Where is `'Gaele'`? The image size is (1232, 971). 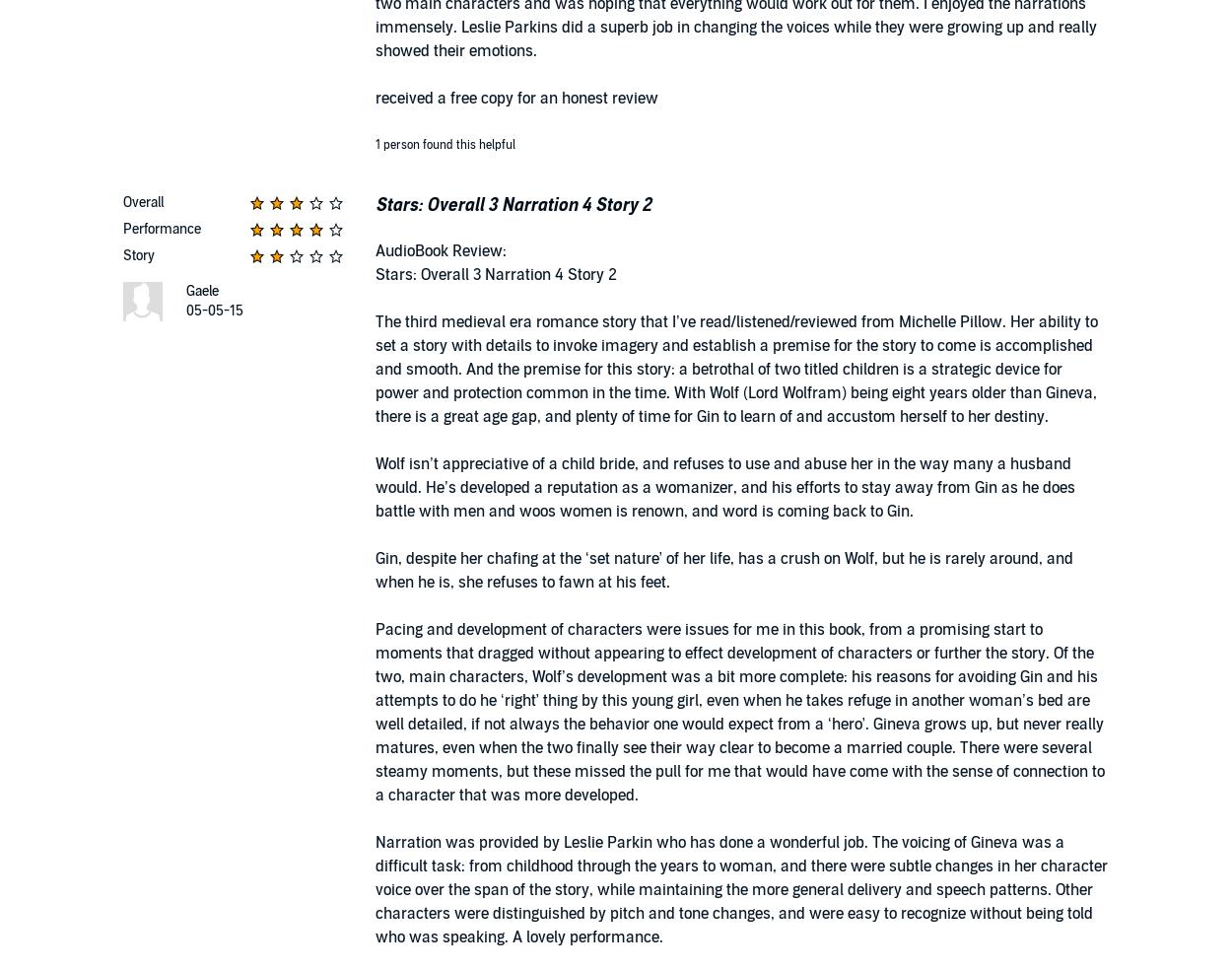 'Gaele' is located at coordinates (201, 290).